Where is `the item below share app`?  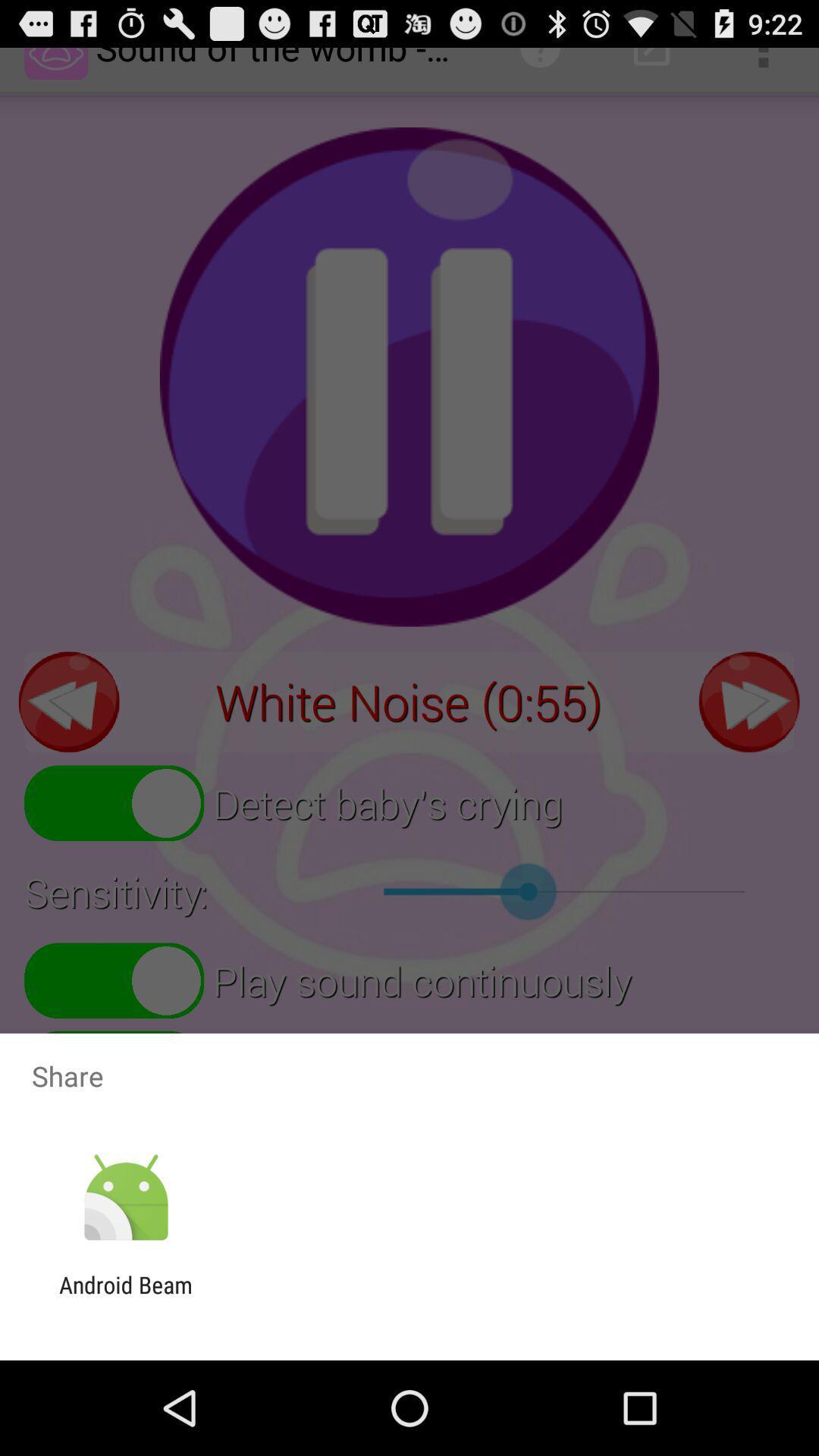
the item below share app is located at coordinates (125, 1197).